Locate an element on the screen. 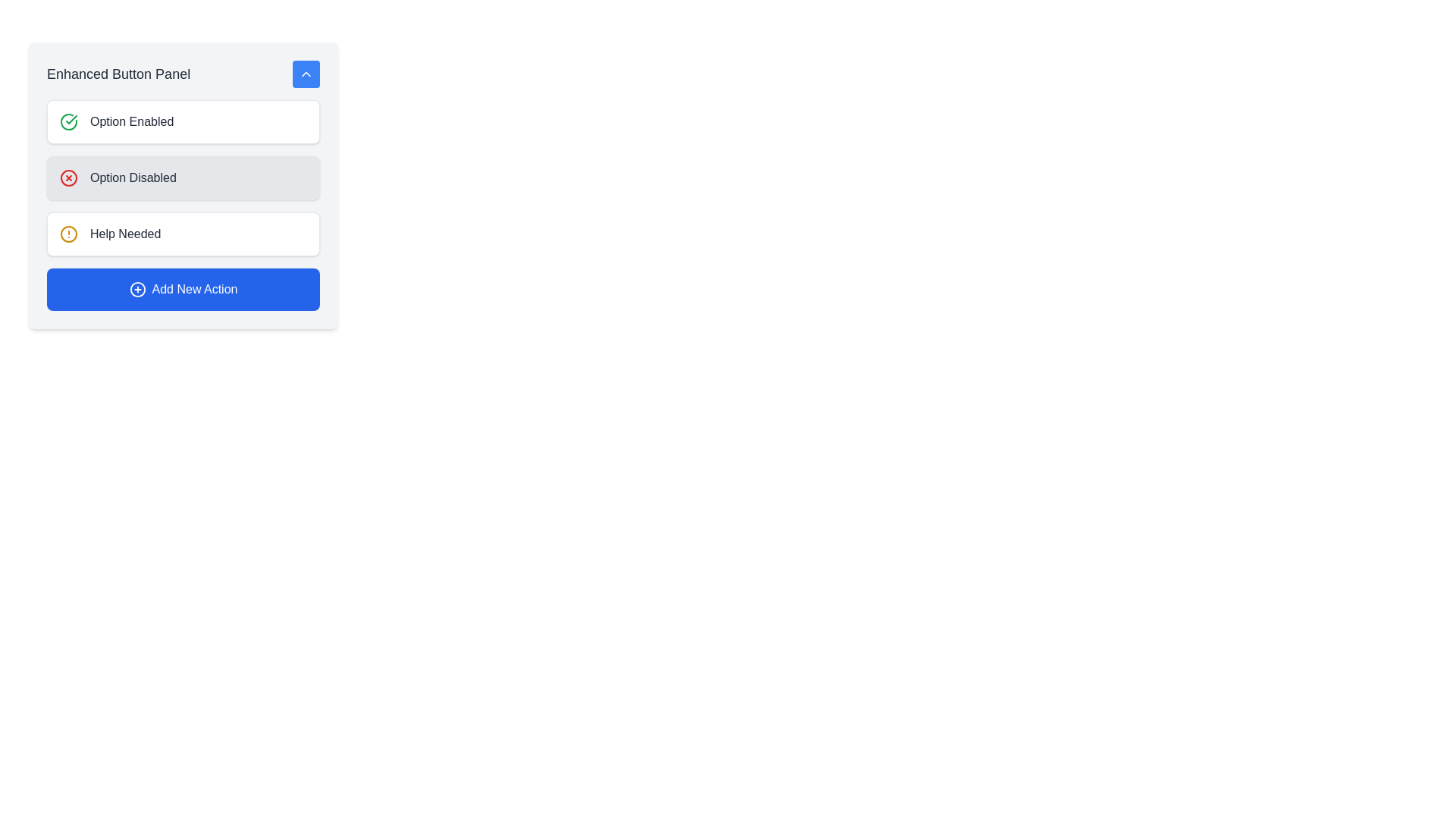 The height and width of the screenshot is (819, 1456). the yellow circular icon with an exclamation mark located at the left corner of the 'Help Needed' card, adjacent to the title text is located at coordinates (68, 234).